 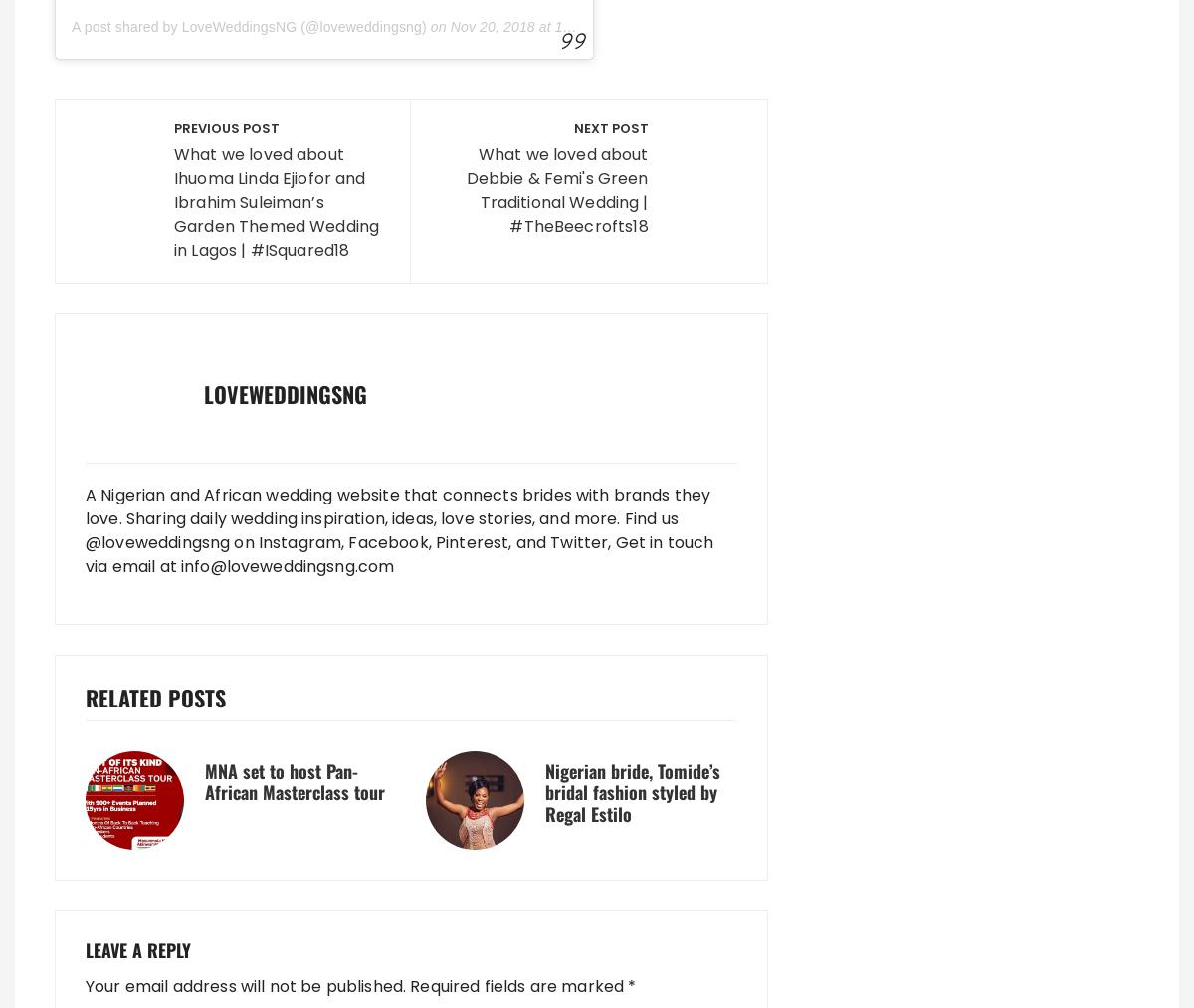 What do you see at coordinates (275, 871) in the screenshot?
I see `'Copyright ©  LoveWeddingsNG 2022 . All Rights Reserved'` at bounding box center [275, 871].